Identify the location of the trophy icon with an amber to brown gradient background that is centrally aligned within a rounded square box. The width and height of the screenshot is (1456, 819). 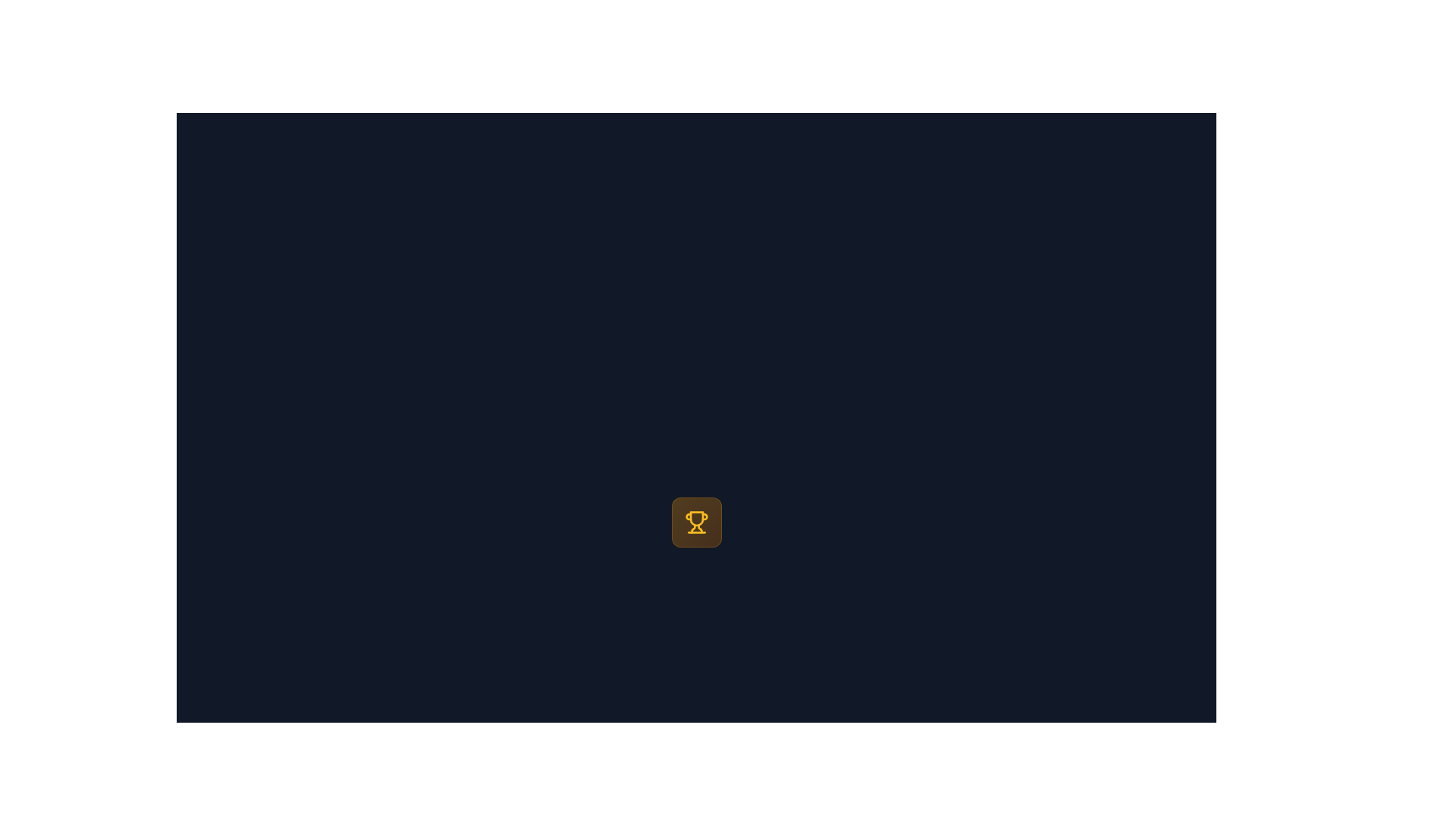
(695, 522).